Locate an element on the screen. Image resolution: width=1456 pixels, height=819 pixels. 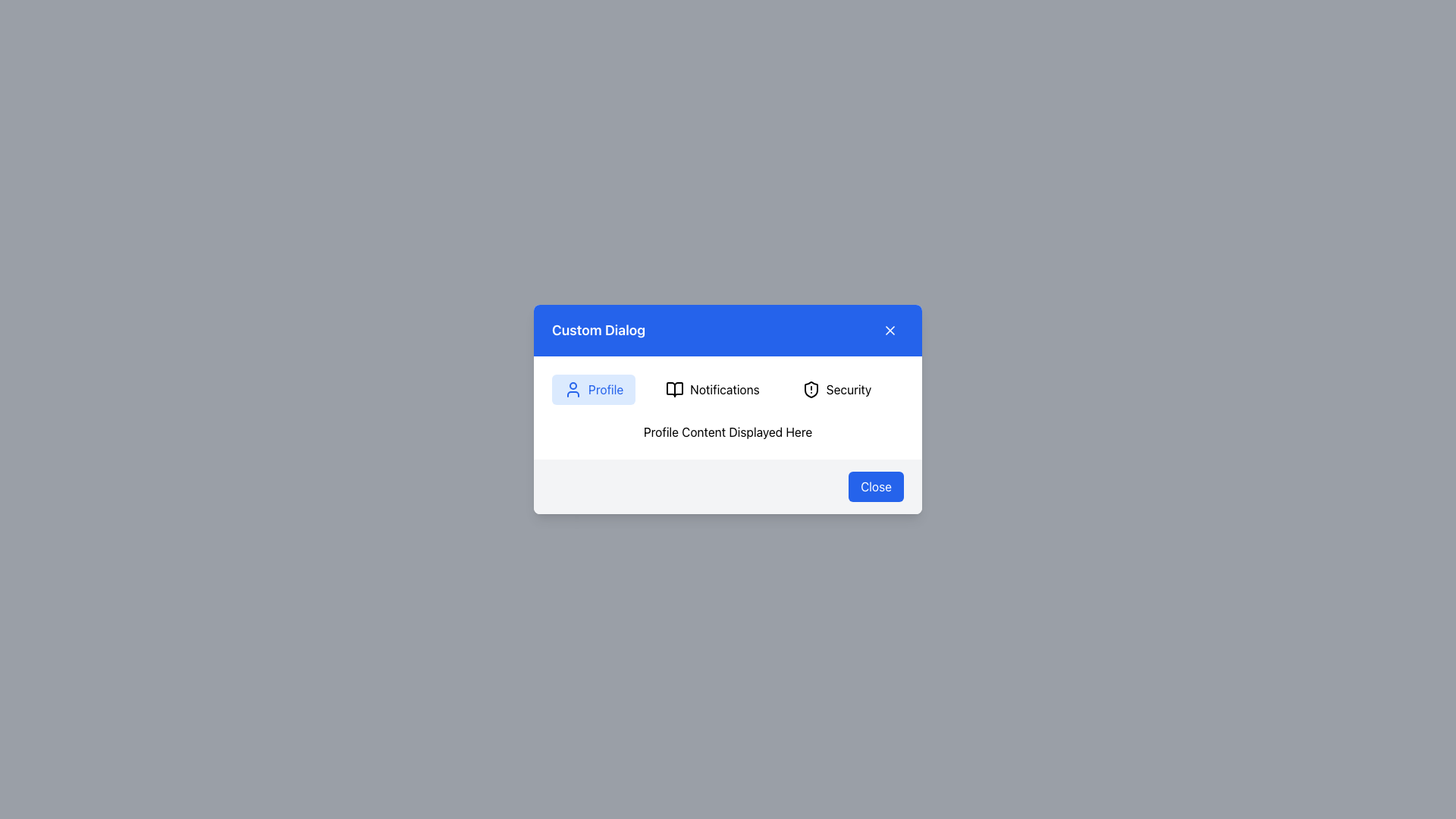
the security icon located at the top of the dialog content is located at coordinates (810, 388).